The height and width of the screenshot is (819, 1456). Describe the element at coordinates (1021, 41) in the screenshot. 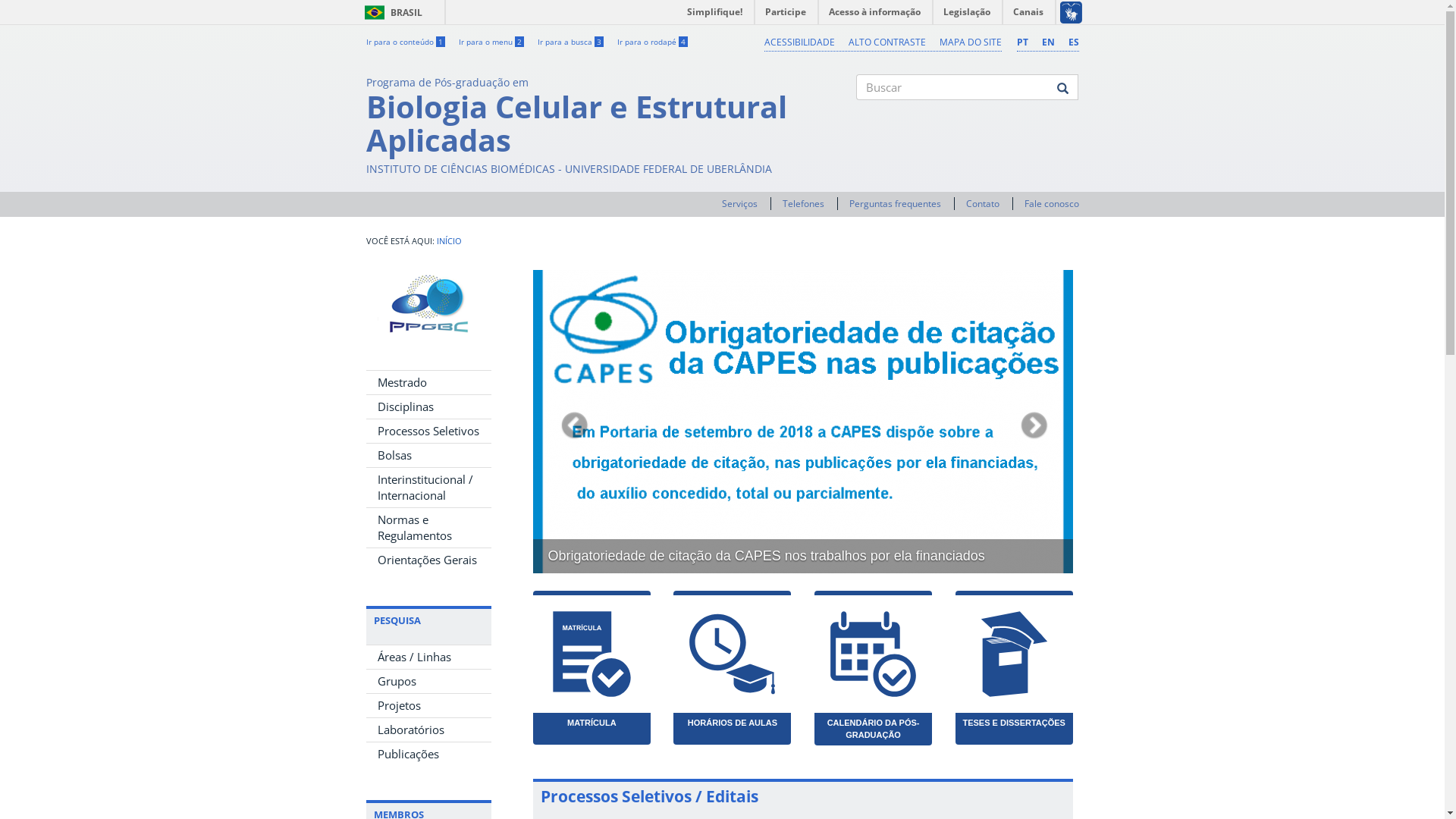

I see `'PT'` at that location.